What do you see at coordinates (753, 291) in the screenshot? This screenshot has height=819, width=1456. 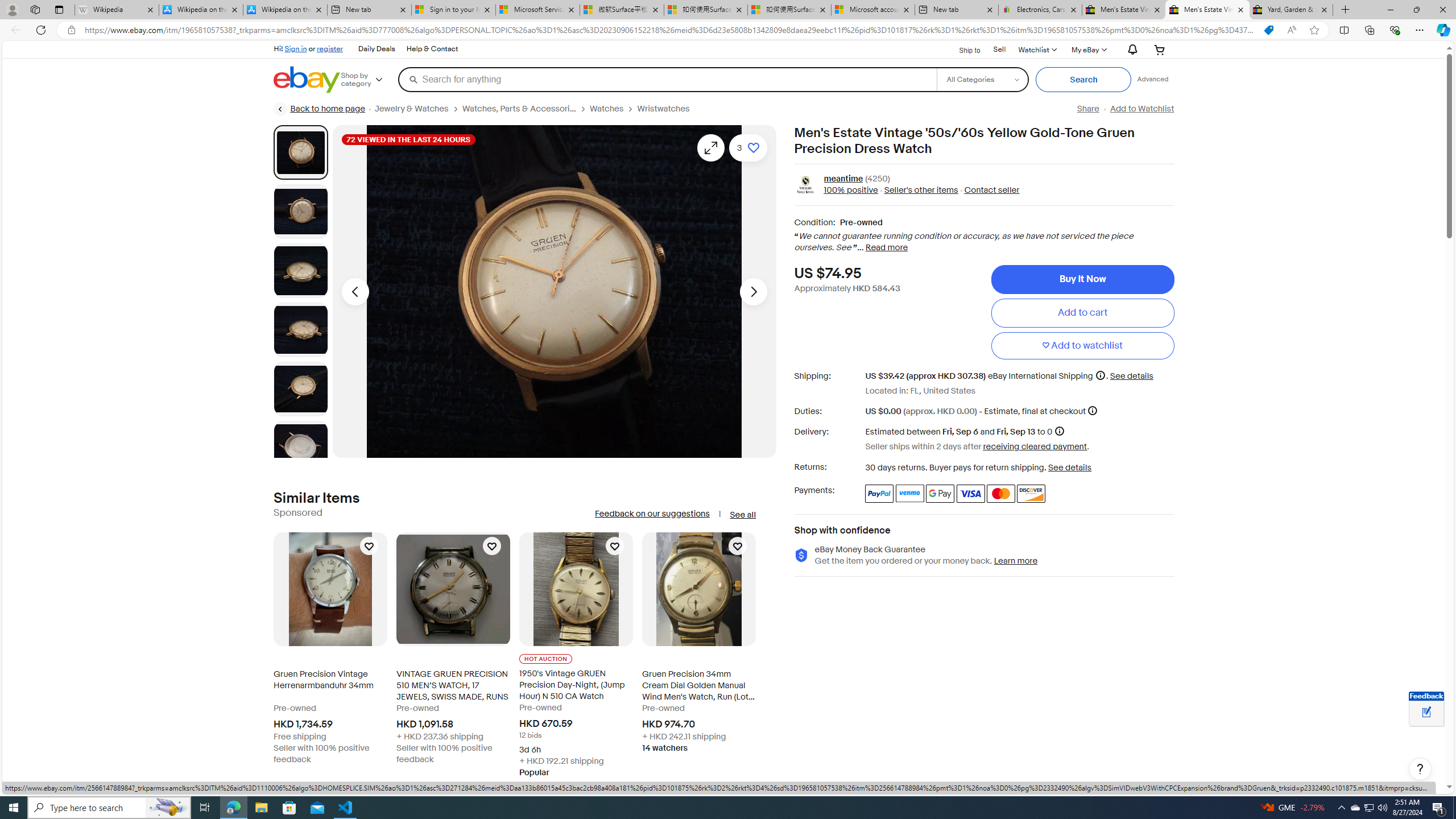 I see `'Next image - Item images thumbnails'` at bounding box center [753, 291].